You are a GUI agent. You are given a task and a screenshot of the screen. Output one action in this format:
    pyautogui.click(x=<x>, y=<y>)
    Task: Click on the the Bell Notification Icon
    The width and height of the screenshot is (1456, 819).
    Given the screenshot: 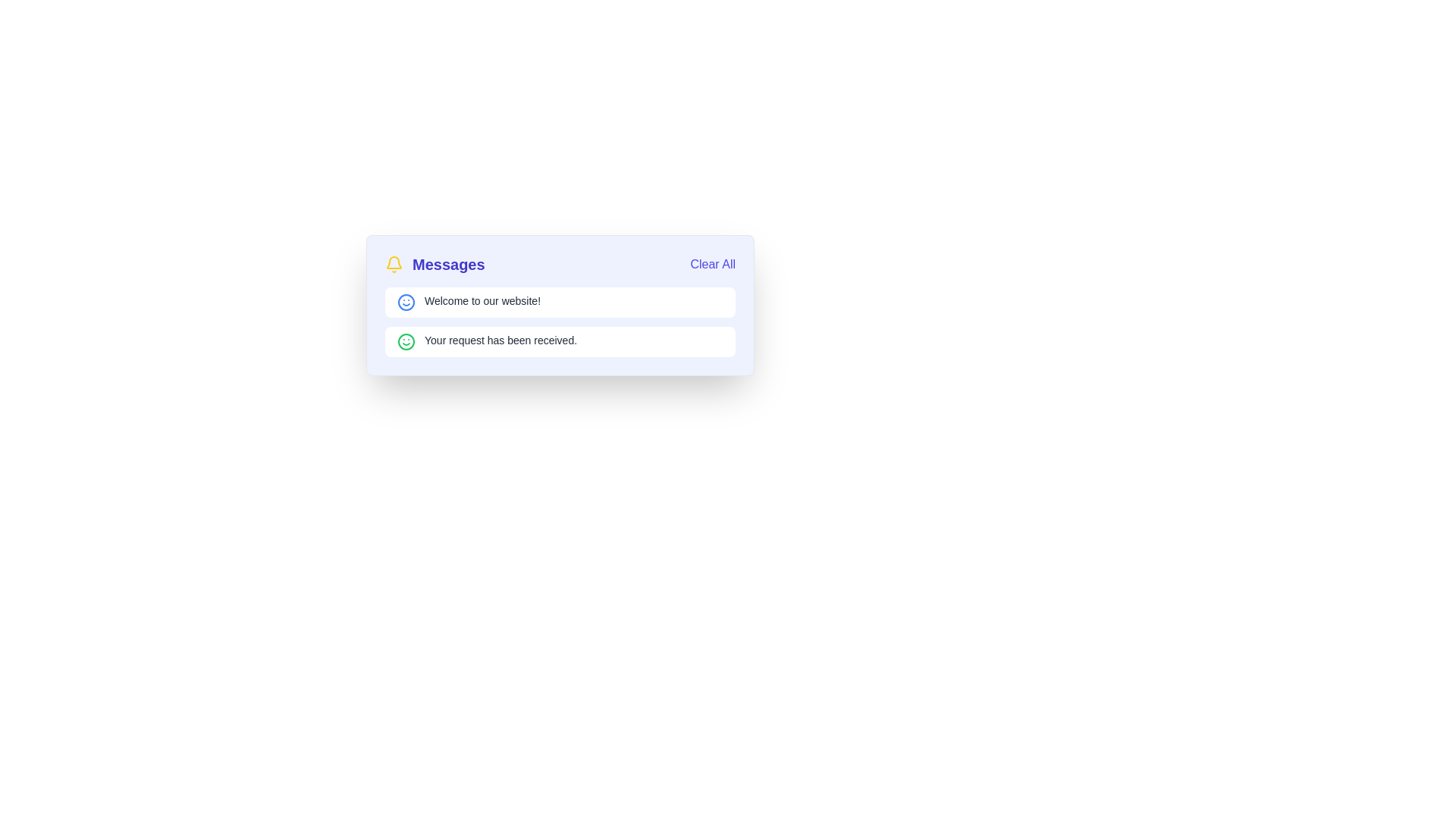 What is the action you would take?
    pyautogui.click(x=394, y=263)
    